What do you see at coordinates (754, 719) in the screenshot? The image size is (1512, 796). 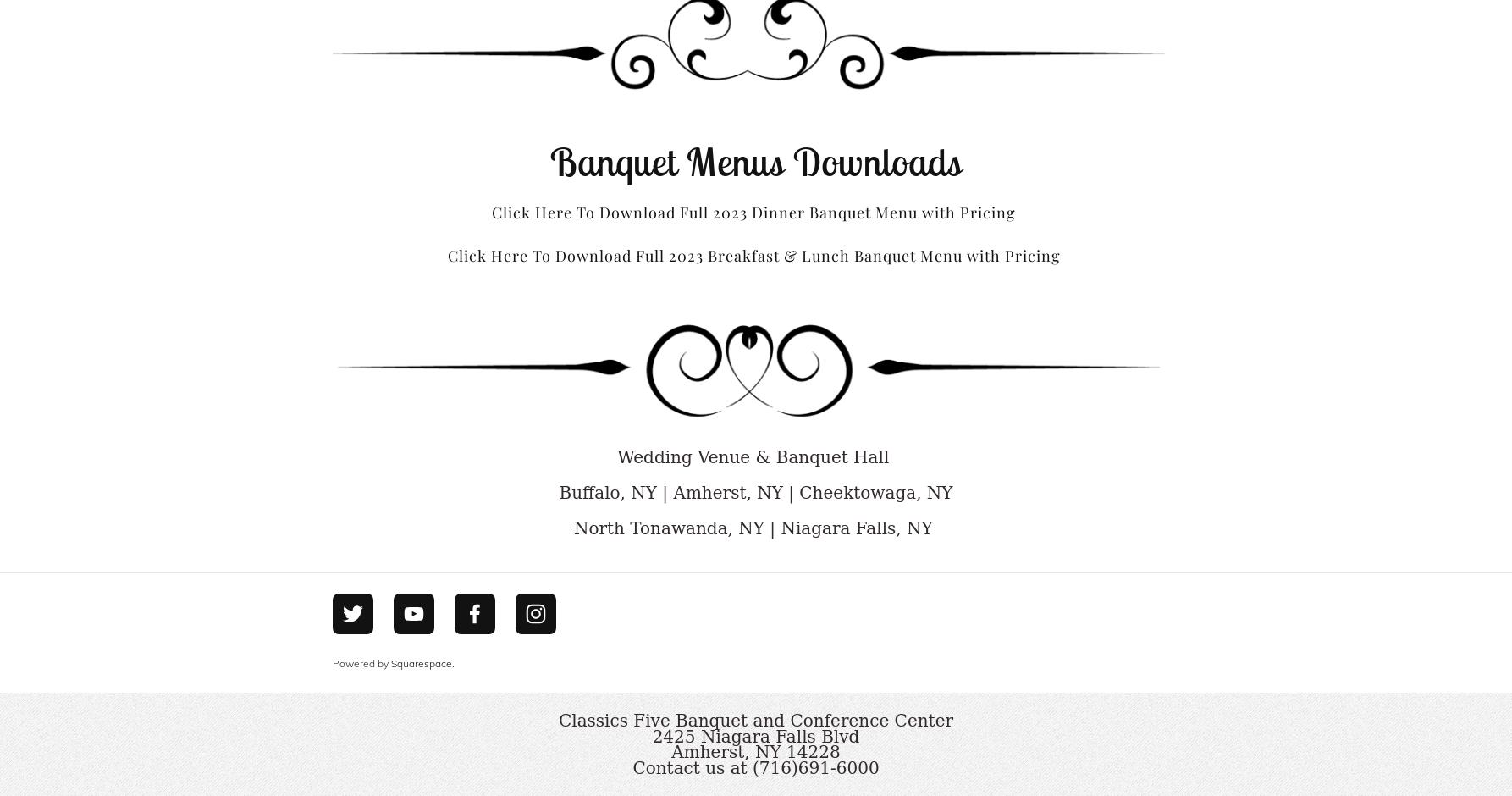 I see `'Classics Five Banquet and Conference Center'` at bounding box center [754, 719].